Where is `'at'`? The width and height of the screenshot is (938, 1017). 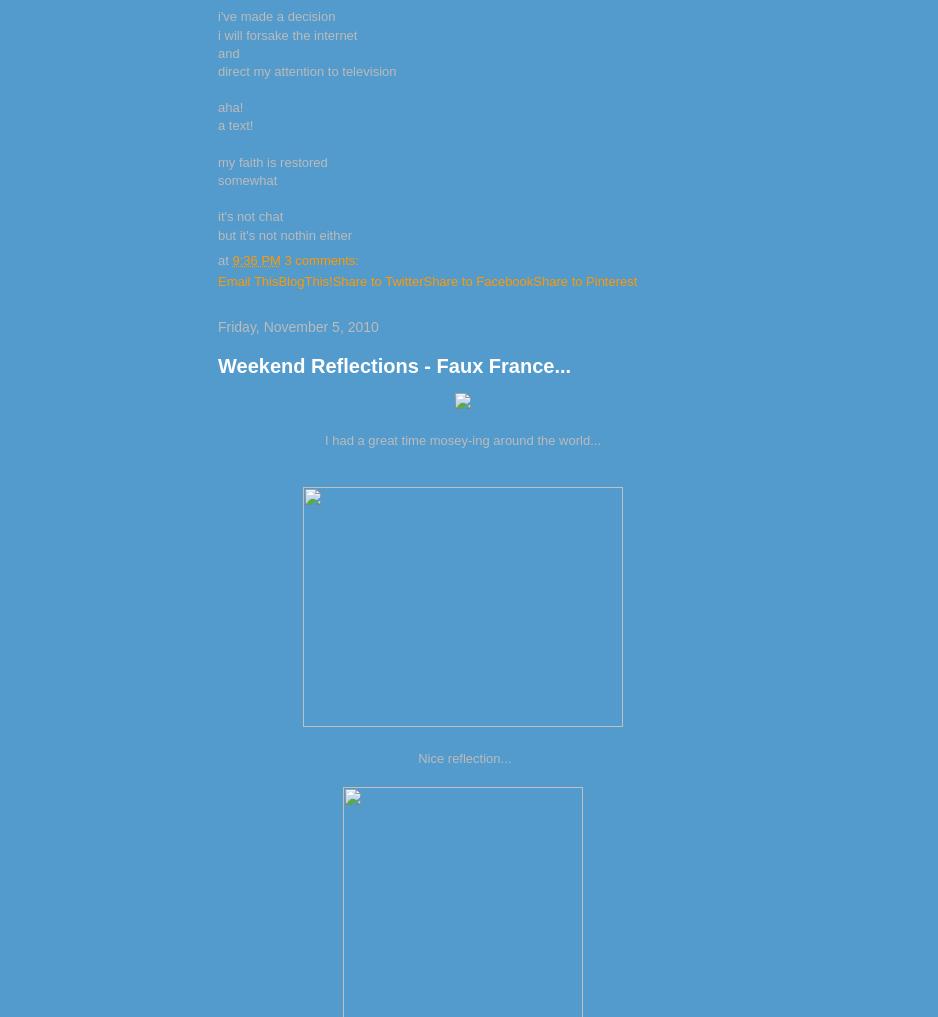 'at' is located at coordinates (225, 259).